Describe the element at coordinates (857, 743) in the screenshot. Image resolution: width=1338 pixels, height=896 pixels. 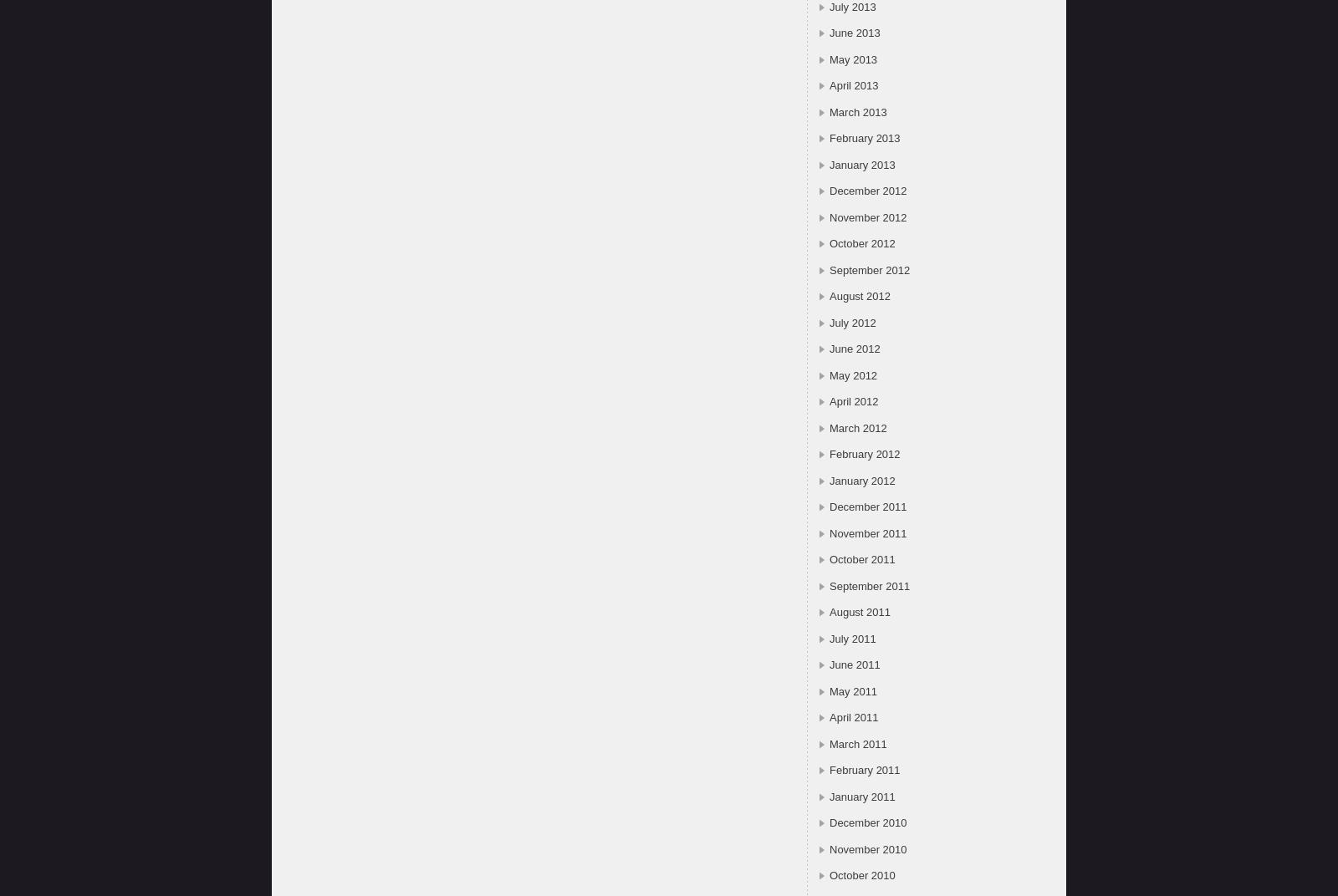
I see `'March 2011'` at that location.